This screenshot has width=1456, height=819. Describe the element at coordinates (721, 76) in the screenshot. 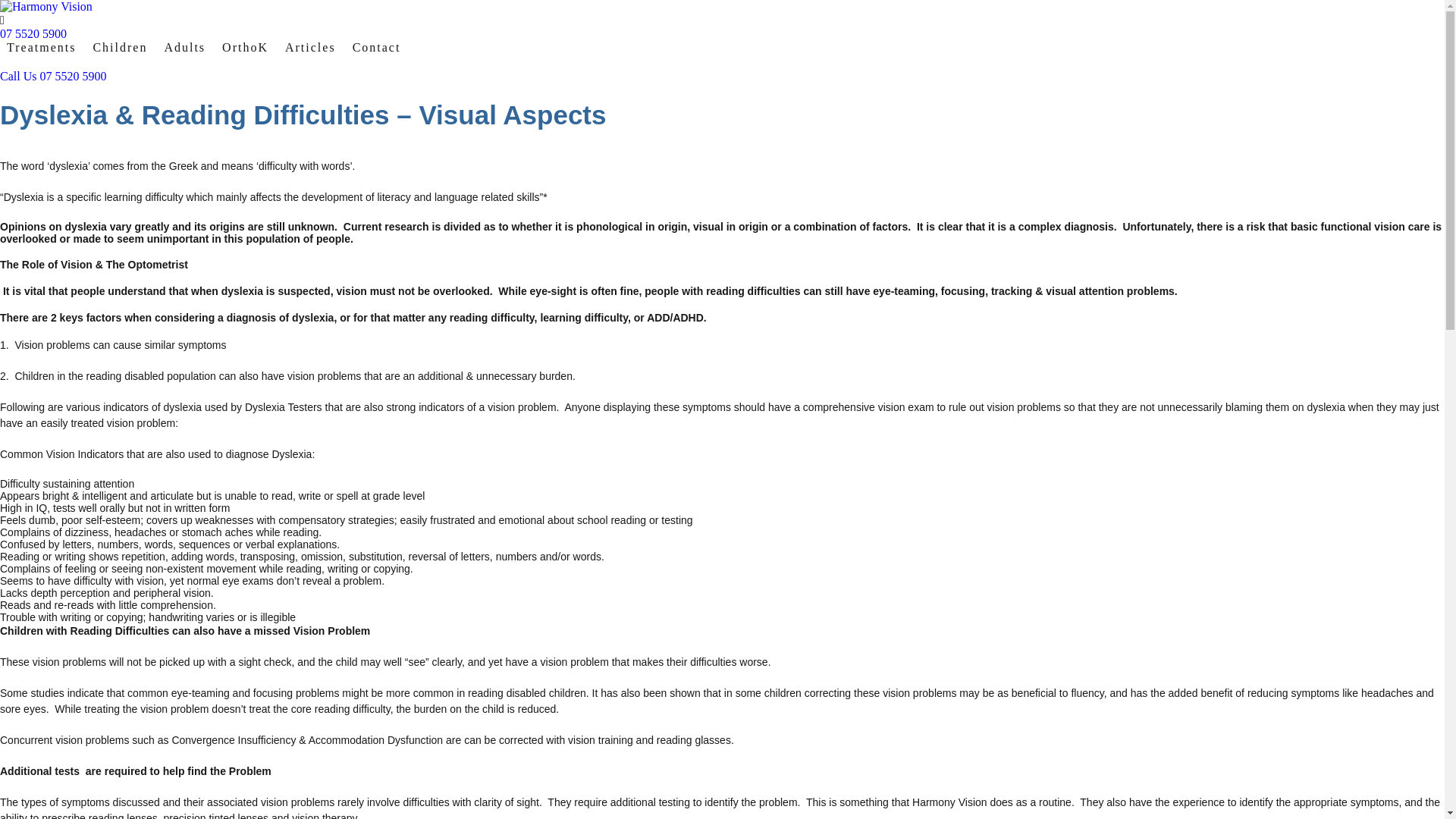

I see `'Call Us 07 5520 5900'` at that location.